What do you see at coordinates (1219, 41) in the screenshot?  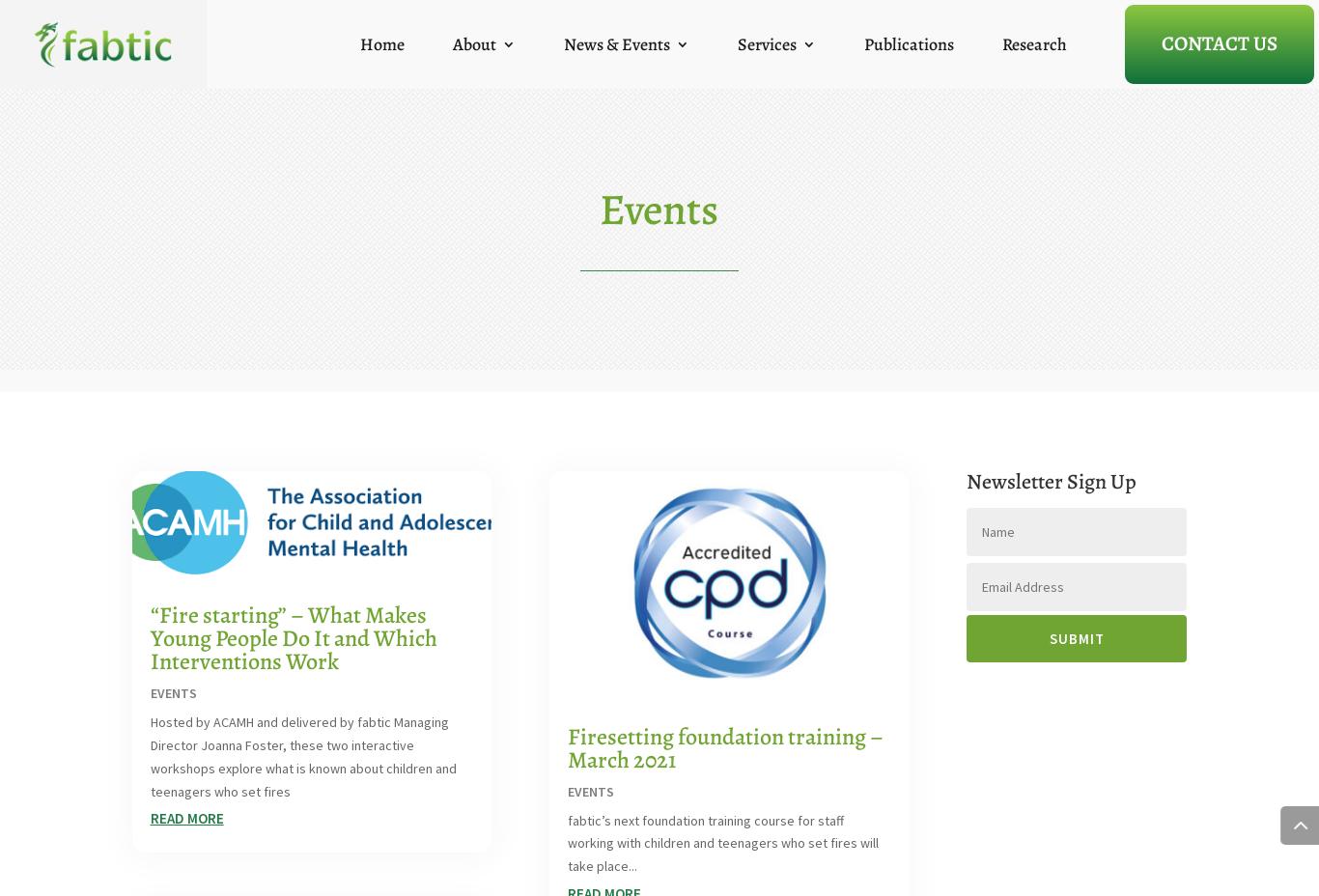 I see `'Contact Us'` at bounding box center [1219, 41].